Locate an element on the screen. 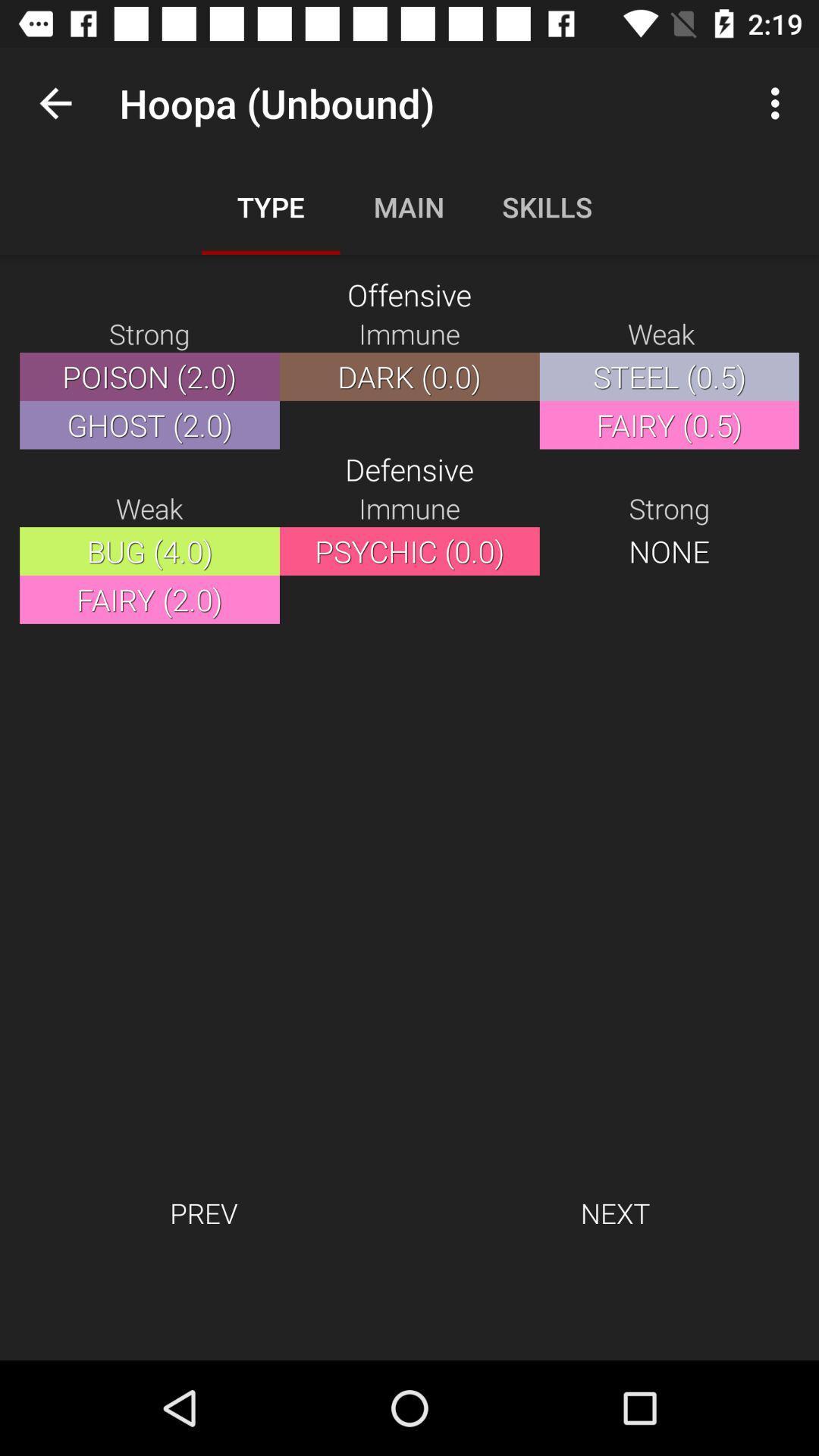  item next to the hoopa (unbound) app is located at coordinates (779, 102).